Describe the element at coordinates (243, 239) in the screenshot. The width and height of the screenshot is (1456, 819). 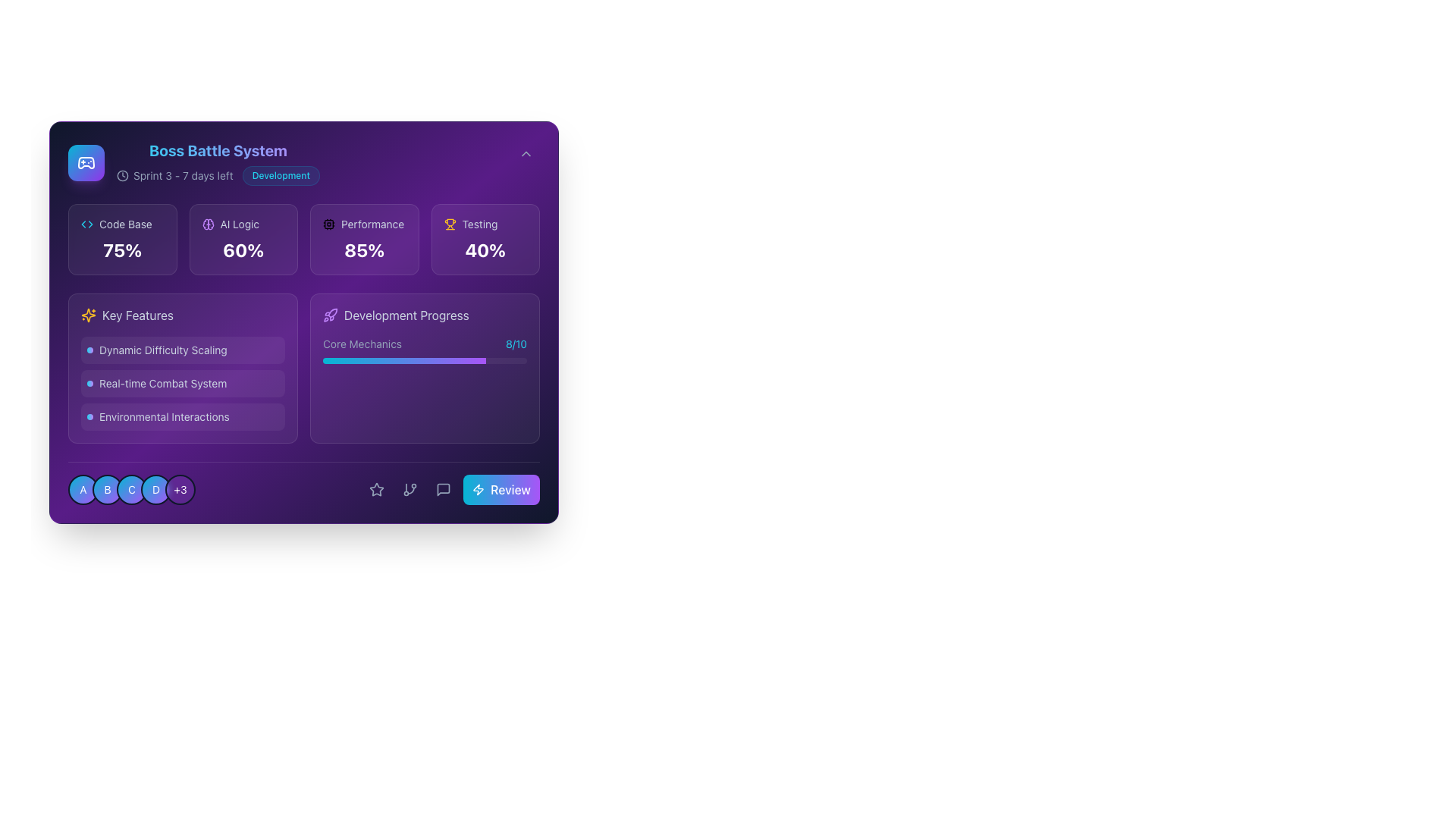
I see `the second card from the left in the top row that visualizes a 60% progress for 'AI Logic'` at that location.